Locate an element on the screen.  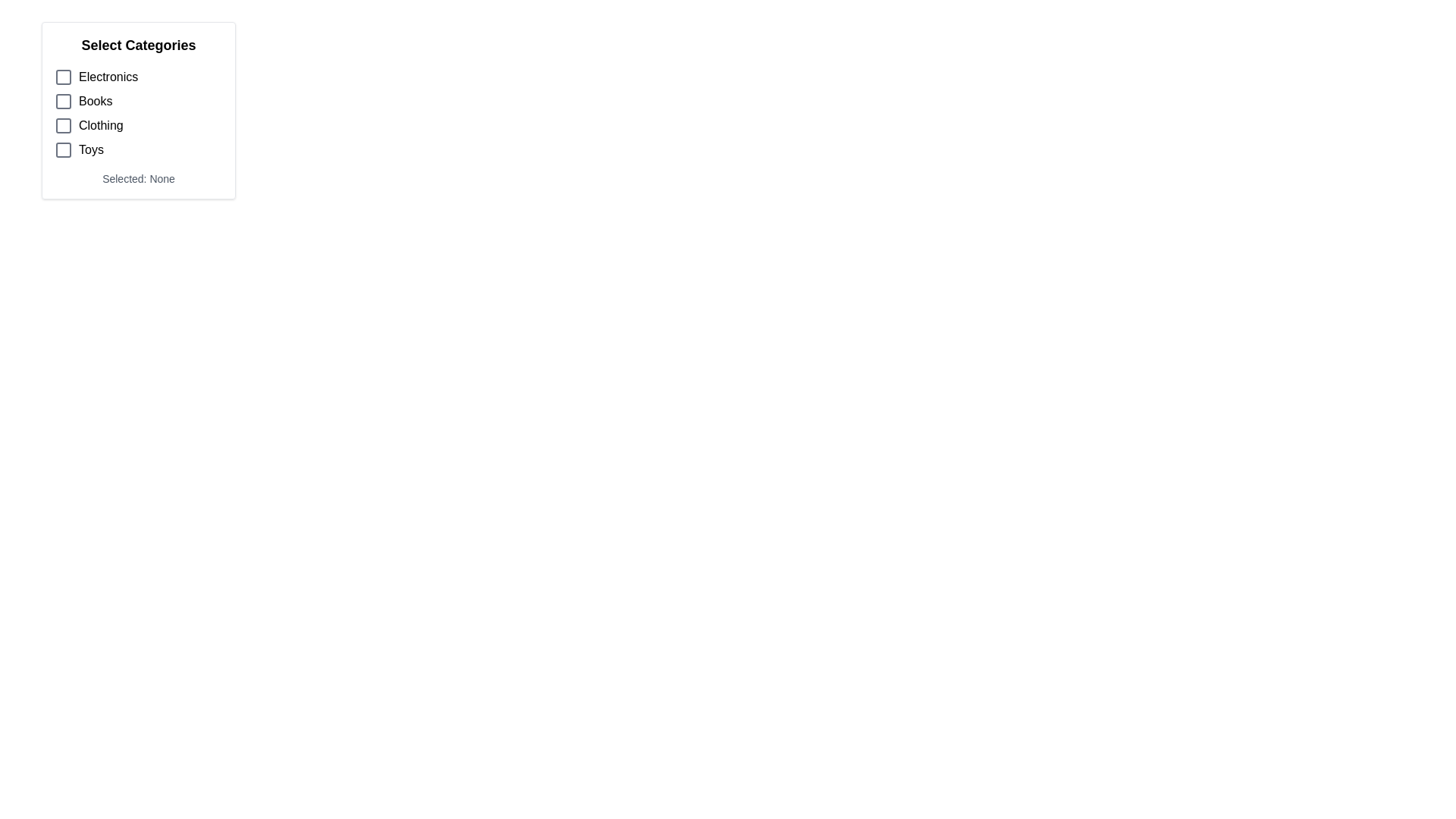
the checkbox for the 'Clothing' option is located at coordinates (62, 124).